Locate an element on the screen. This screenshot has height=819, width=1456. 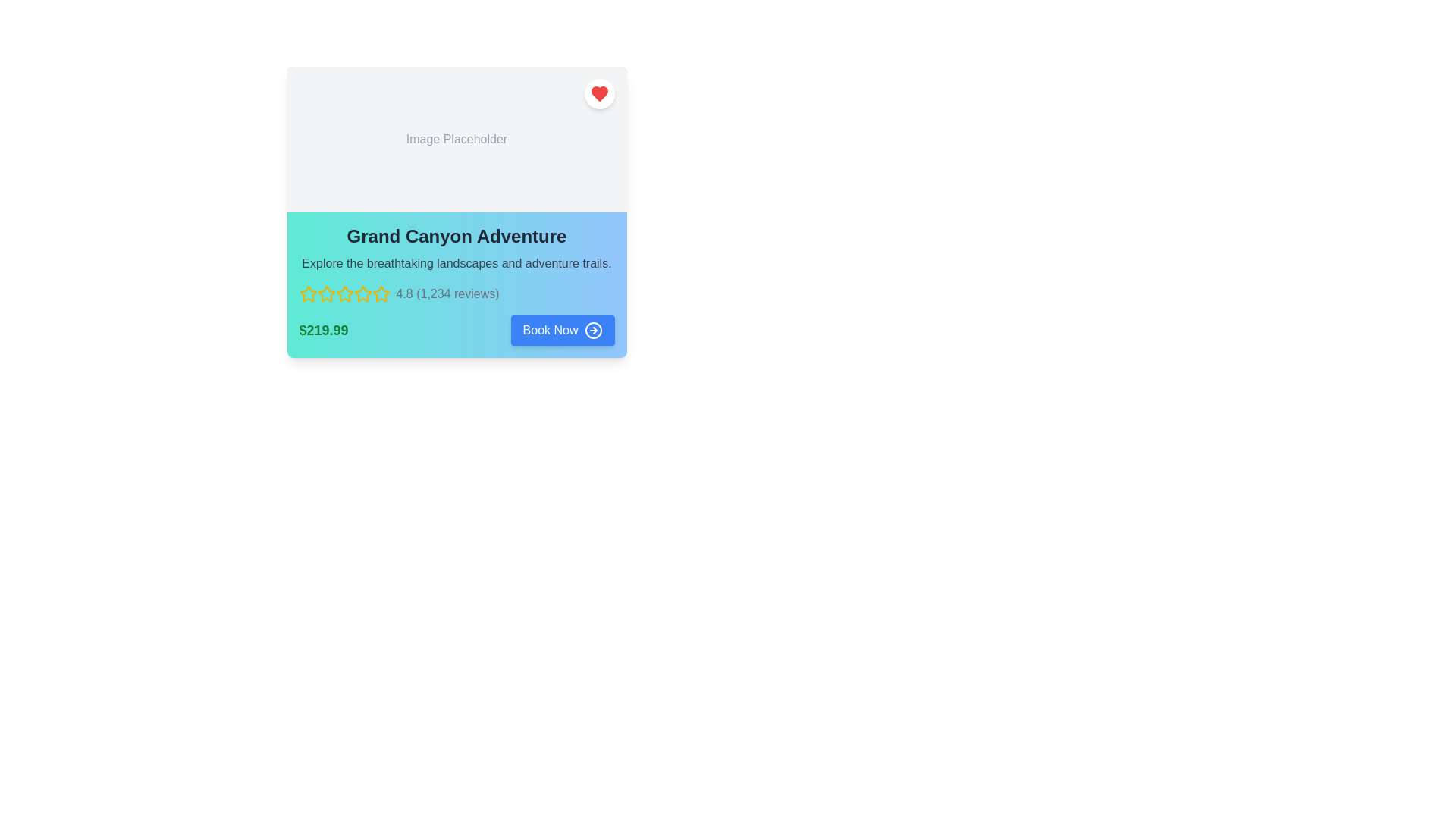
the third star icon in the star rating system located below 'Grand Canyon Adventure' and to the left of the numerical rating and review count is located at coordinates (325, 294).